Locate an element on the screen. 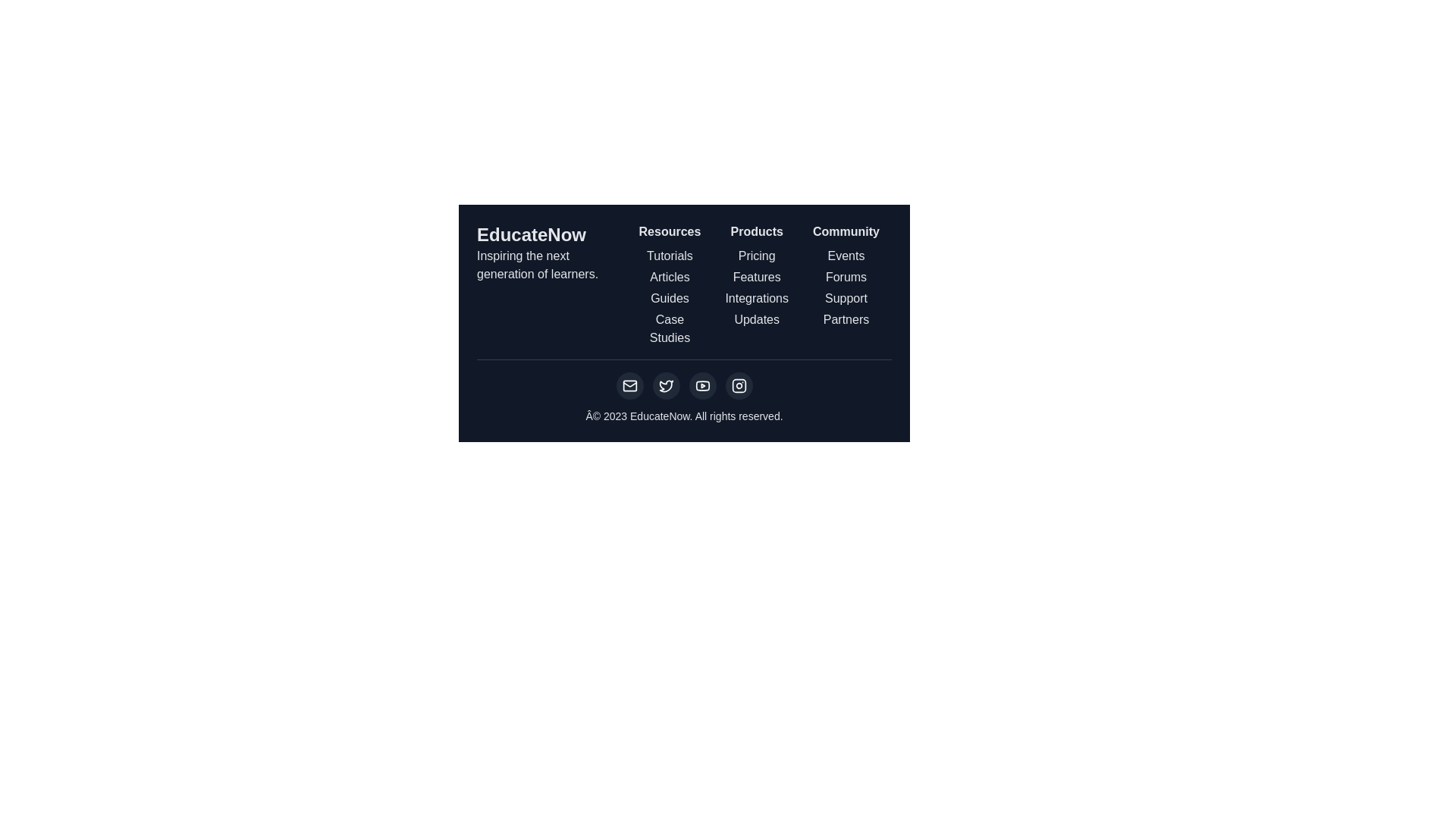 This screenshot has height=819, width=1456. each sub-item in the Interactive List under the title 'Resources', which includes 'Tutorials', 'Articles', 'Guides', and 'Case Studies' is located at coordinates (669, 284).